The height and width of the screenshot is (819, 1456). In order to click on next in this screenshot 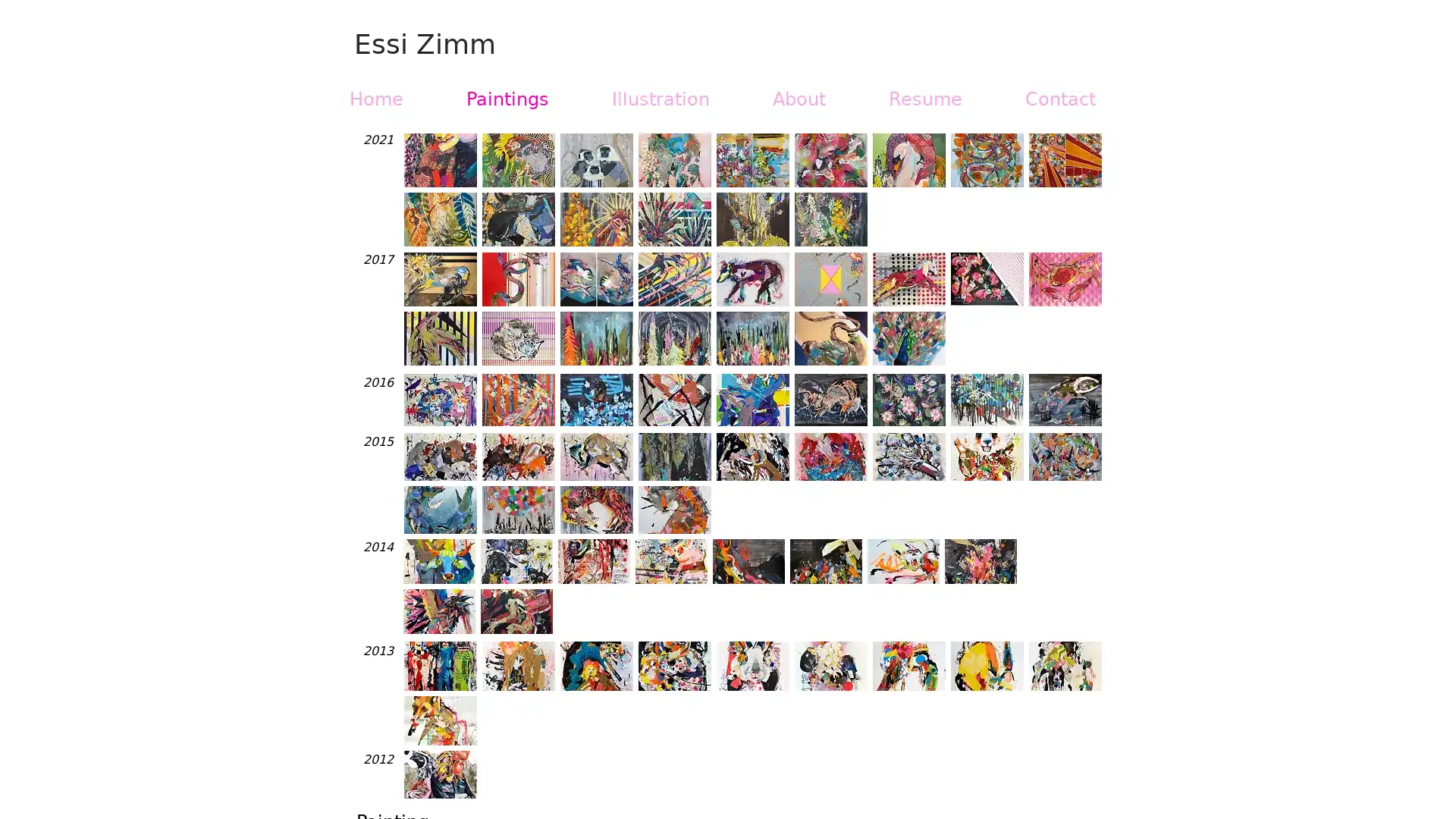, I will do `click(1061, 598)`.